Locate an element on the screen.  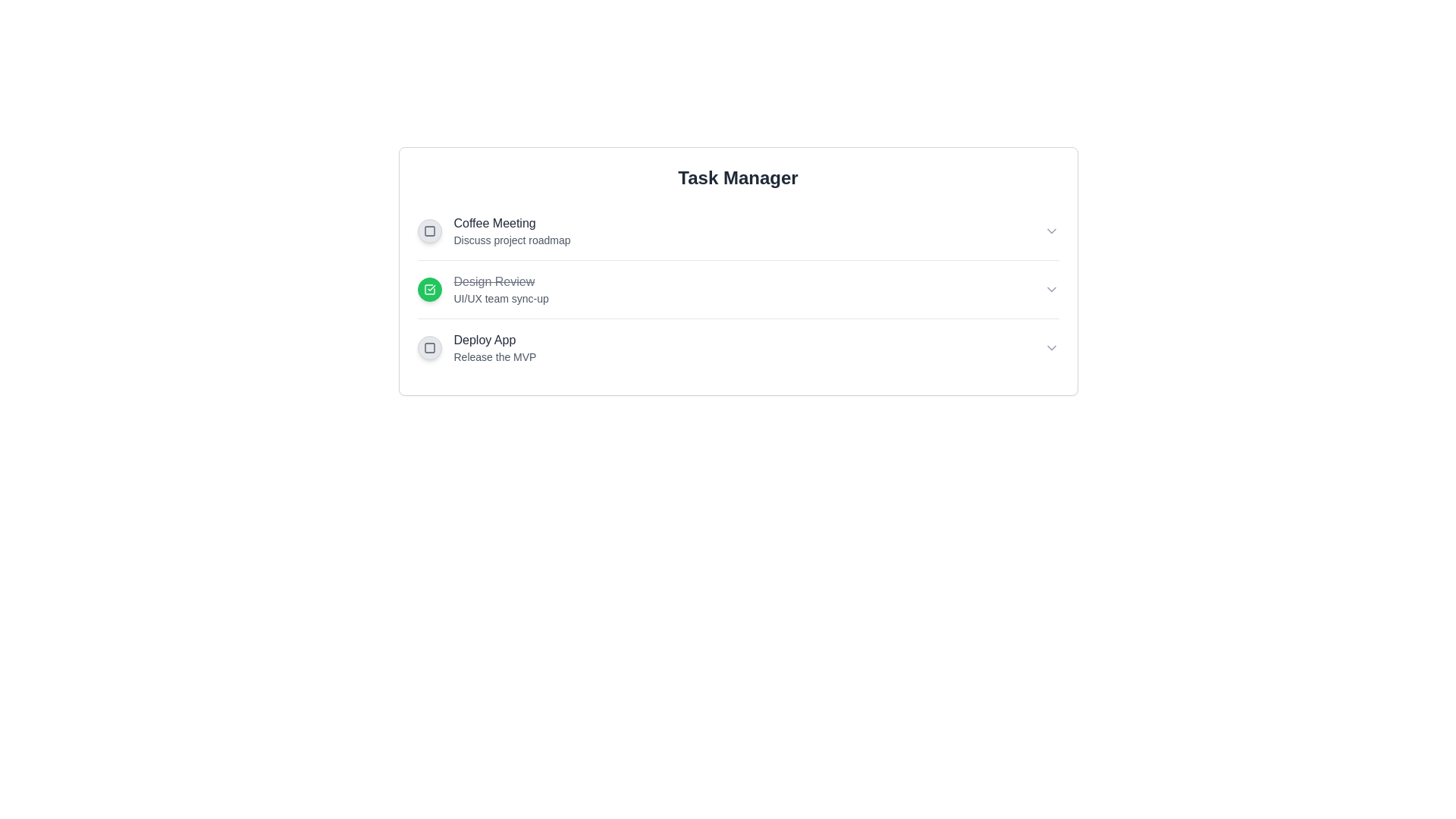
the chevron icon to expand the details of the task specified by Design Review is located at coordinates (1050, 289).